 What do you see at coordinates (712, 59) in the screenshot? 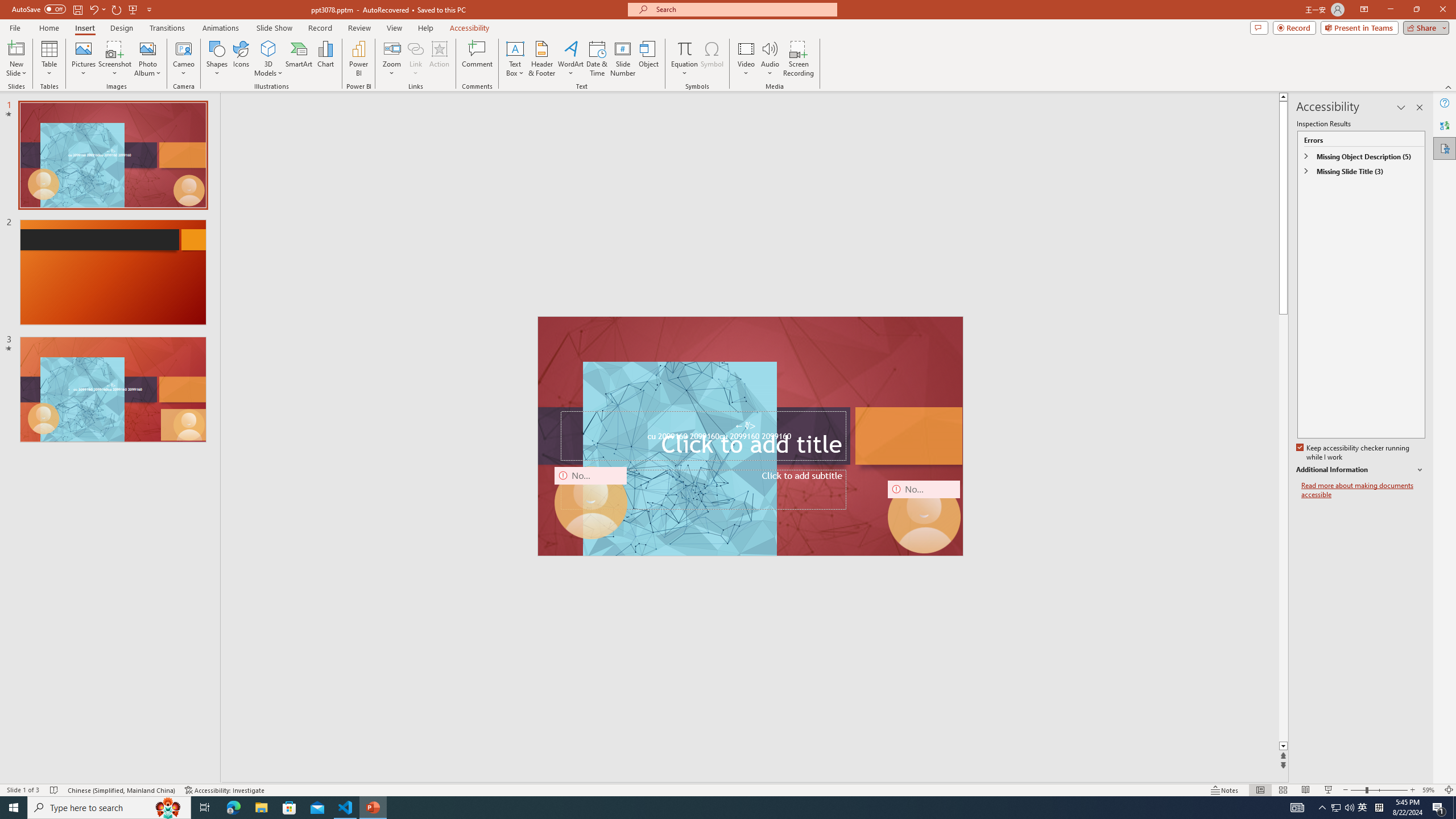
I see `'Symbol...'` at bounding box center [712, 59].